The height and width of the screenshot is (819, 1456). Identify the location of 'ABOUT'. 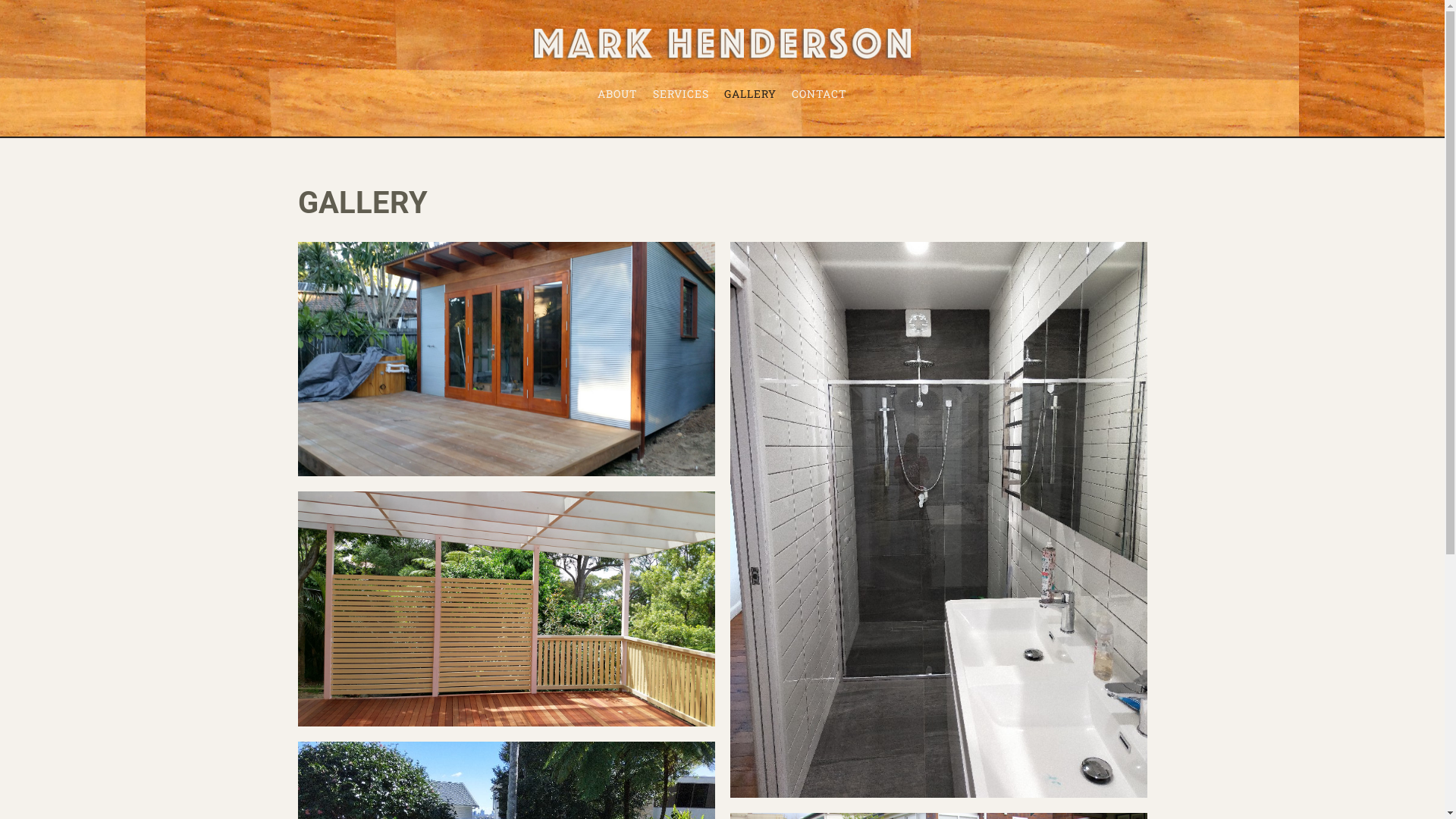
(617, 93).